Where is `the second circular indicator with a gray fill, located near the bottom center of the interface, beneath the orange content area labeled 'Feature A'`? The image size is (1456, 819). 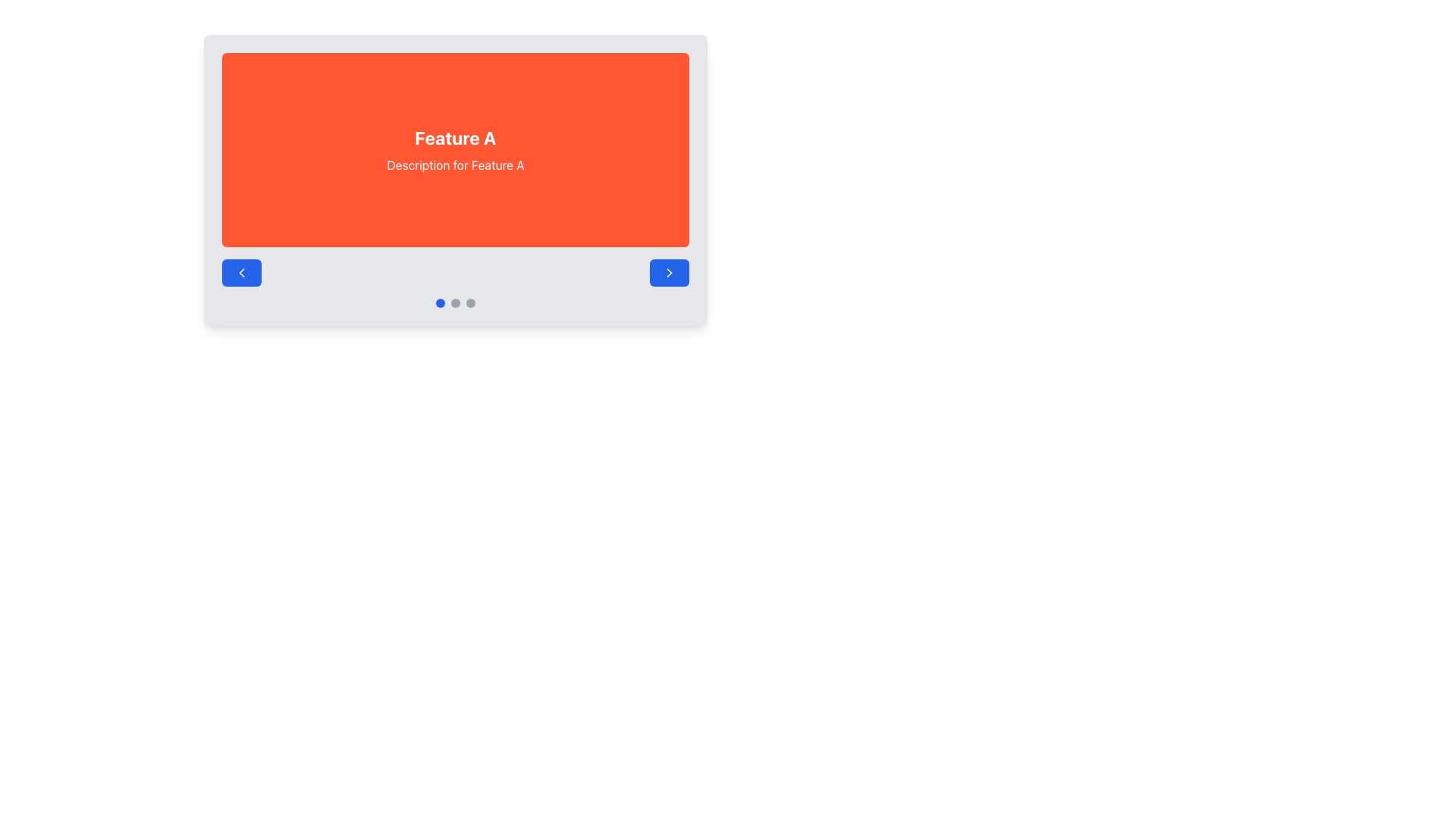
the second circular indicator with a gray fill, located near the bottom center of the interface, beneath the orange content area labeled 'Feature A' is located at coordinates (454, 303).